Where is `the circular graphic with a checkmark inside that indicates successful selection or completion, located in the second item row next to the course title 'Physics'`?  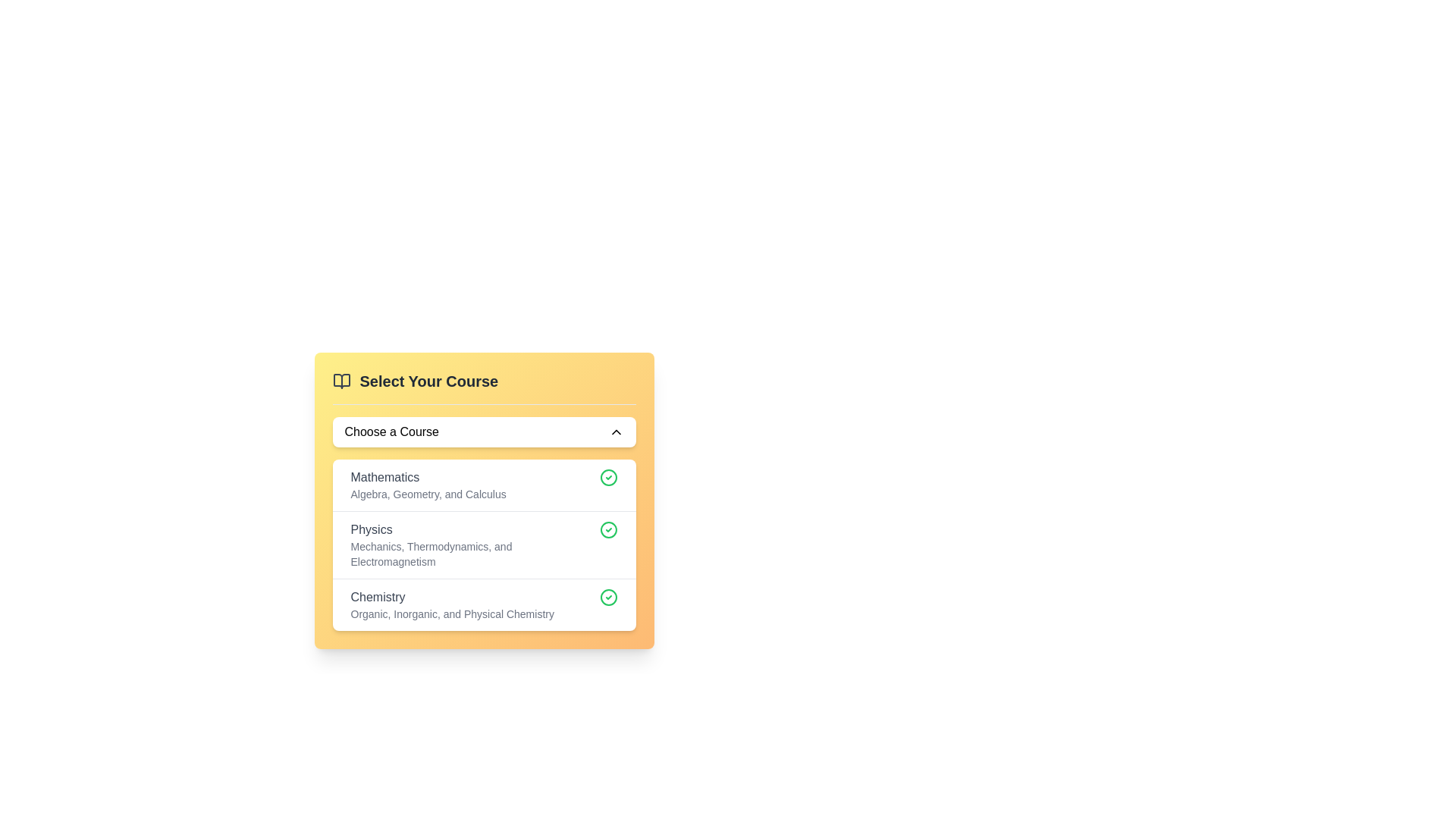 the circular graphic with a checkmark inside that indicates successful selection or completion, located in the second item row next to the course title 'Physics' is located at coordinates (608, 476).